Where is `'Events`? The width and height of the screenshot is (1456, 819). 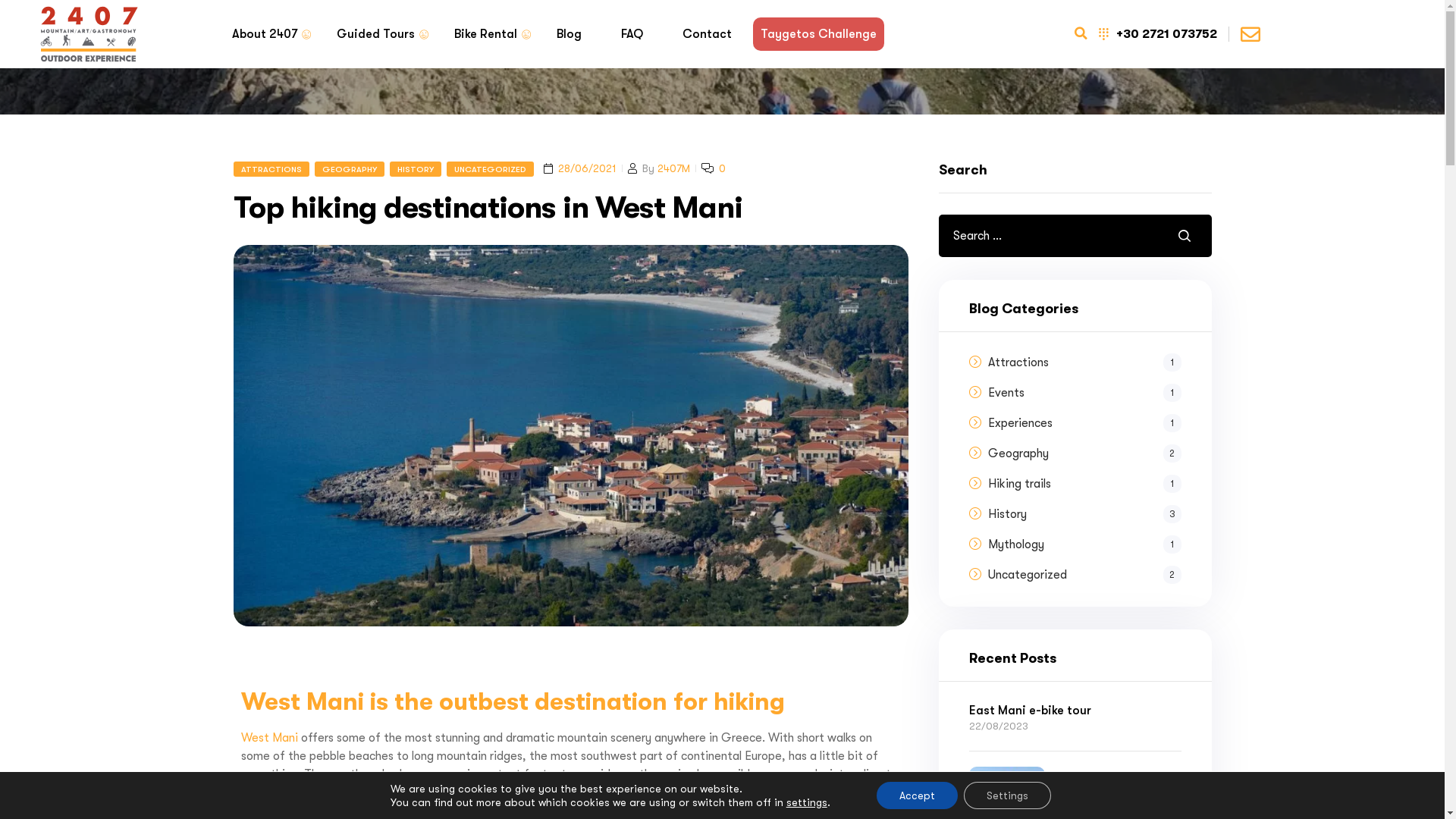 'Events is located at coordinates (1084, 391).